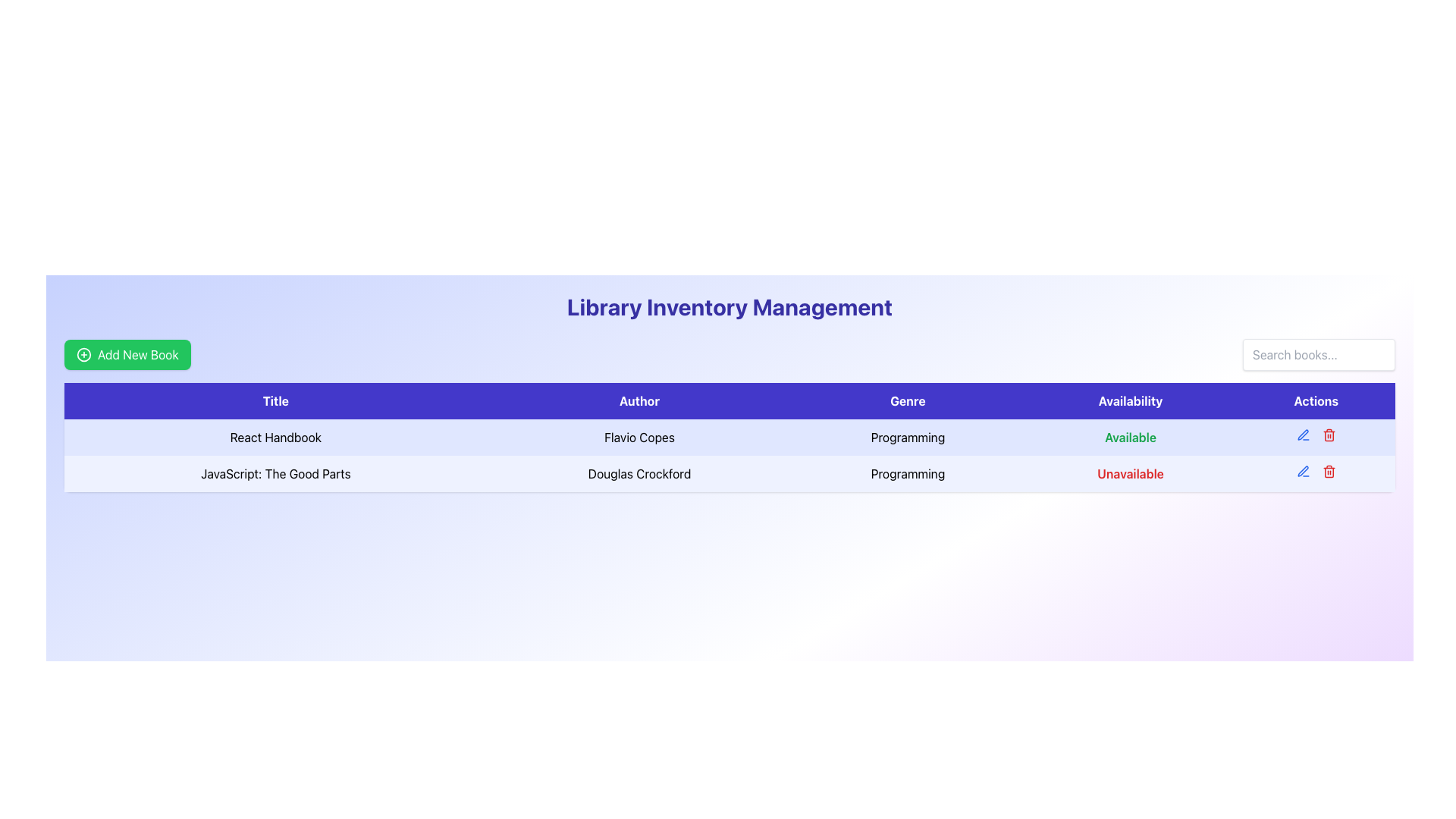 The image size is (1456, 819). What do you see at coordinates (1328, 470) in the screenshot?
I see `the red trash icon button in the Actions column of the second row of the table` at bounding box center [1328, 470].